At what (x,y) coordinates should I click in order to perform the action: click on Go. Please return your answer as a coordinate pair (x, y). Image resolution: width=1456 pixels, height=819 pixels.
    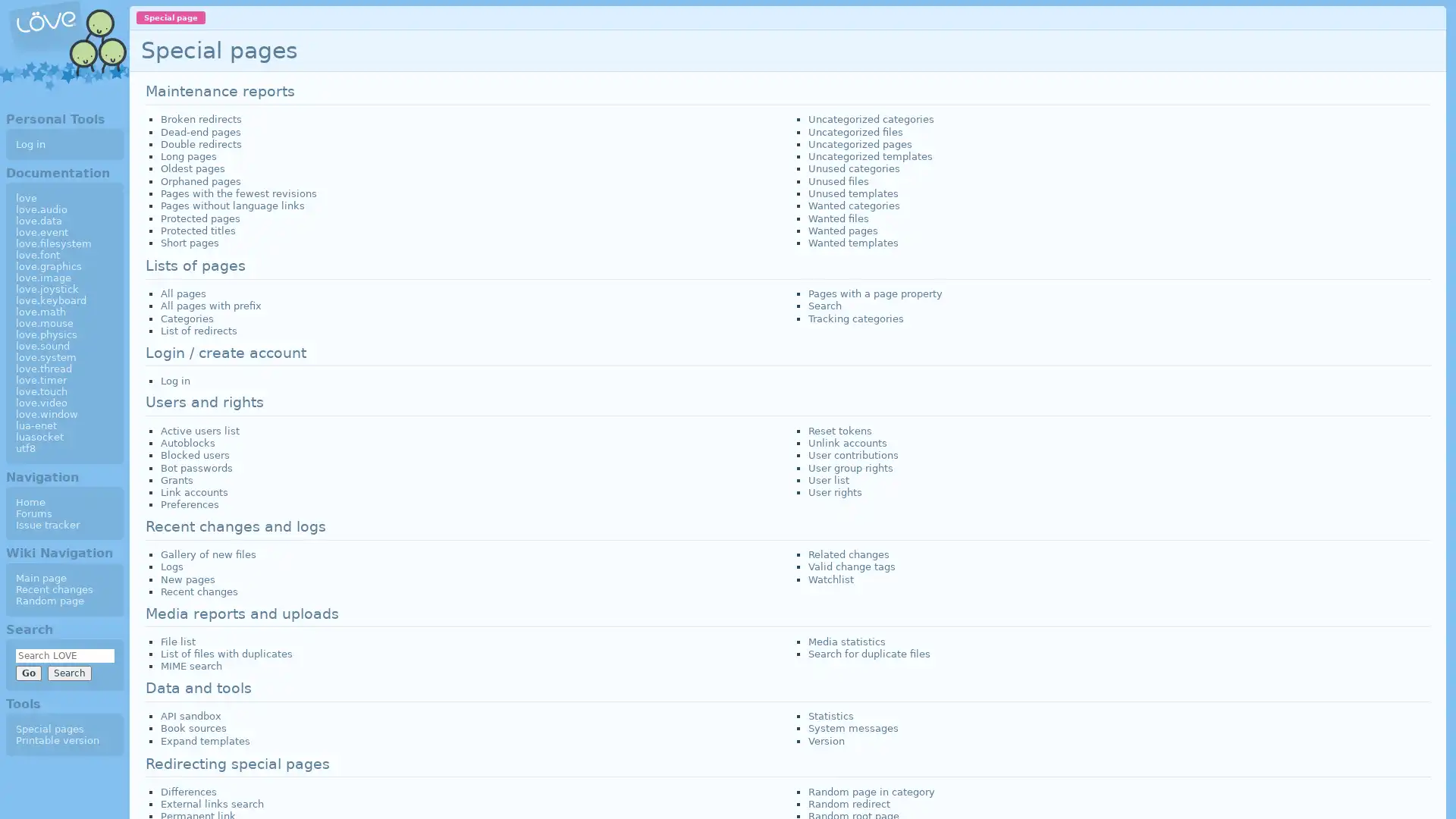
    Looking at the image, I should click on (28, 672).